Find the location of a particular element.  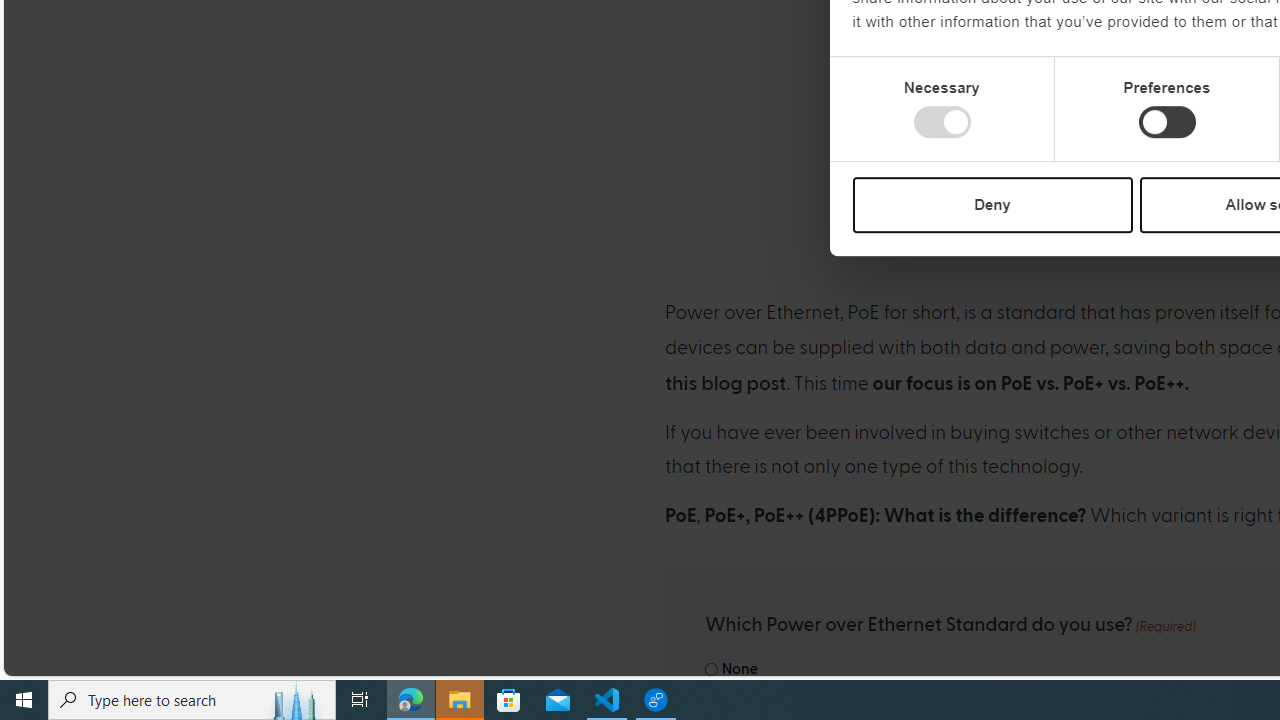

'Preferences' is located at coordinates (1166, 122).